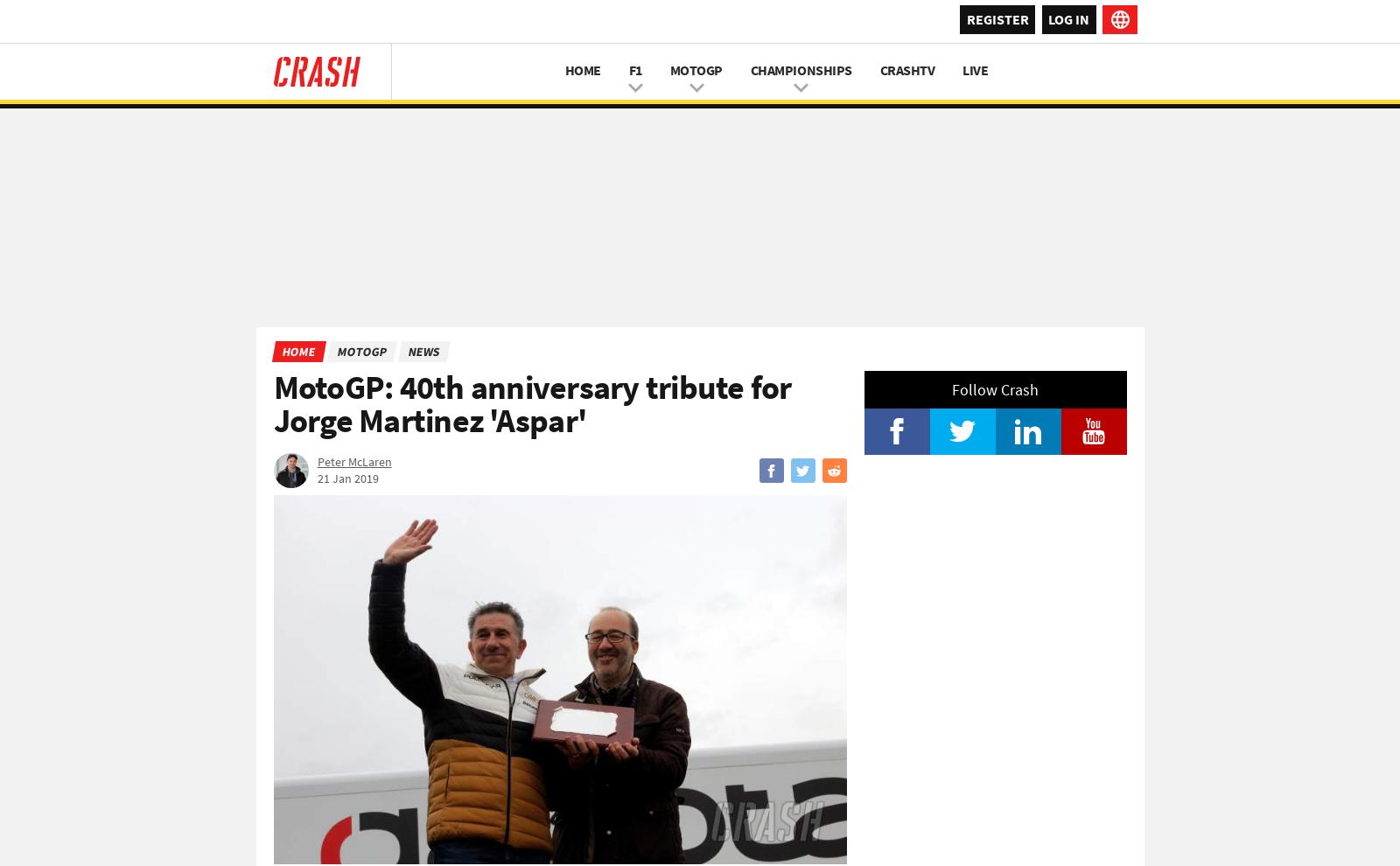  Describe the element at coordinates (532, 403) in the screenshot. I see `'MotoGP: 40th anniversary tribute for Jorge Martinez 'Aspar''` at that location.